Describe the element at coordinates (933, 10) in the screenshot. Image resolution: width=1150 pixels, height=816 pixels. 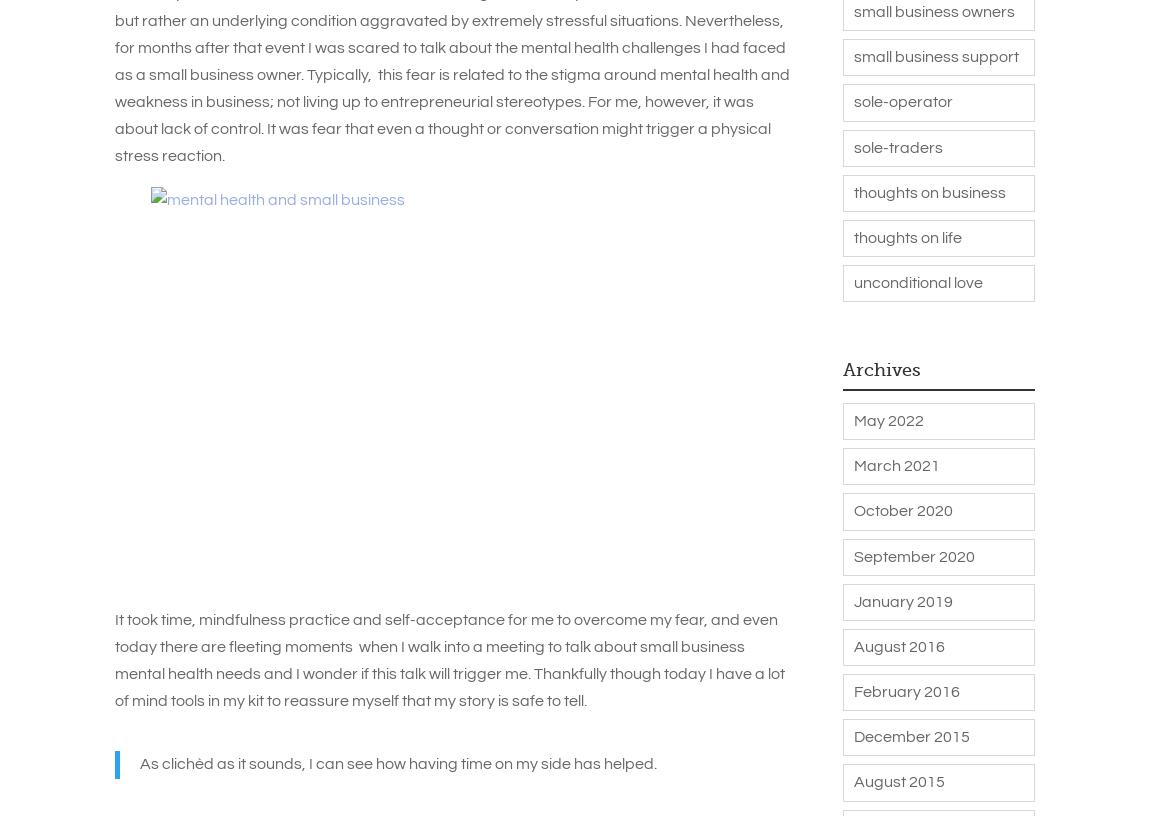
I see `'small business owners'` at that location.